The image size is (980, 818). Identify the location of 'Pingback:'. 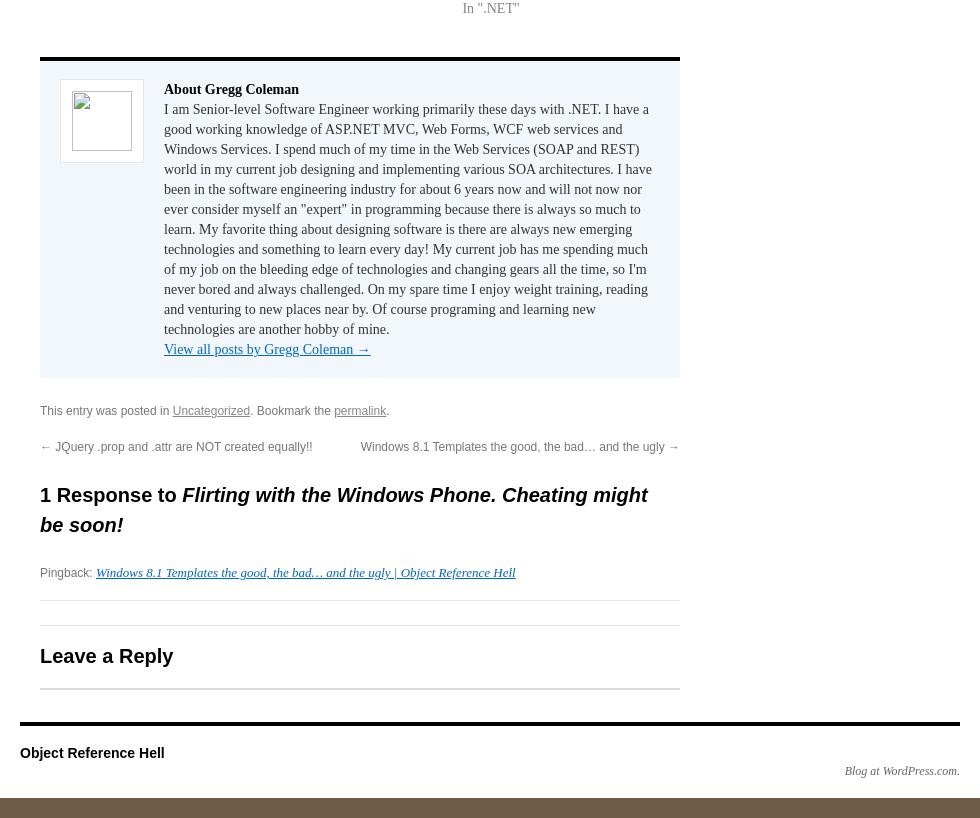
(68, 572).